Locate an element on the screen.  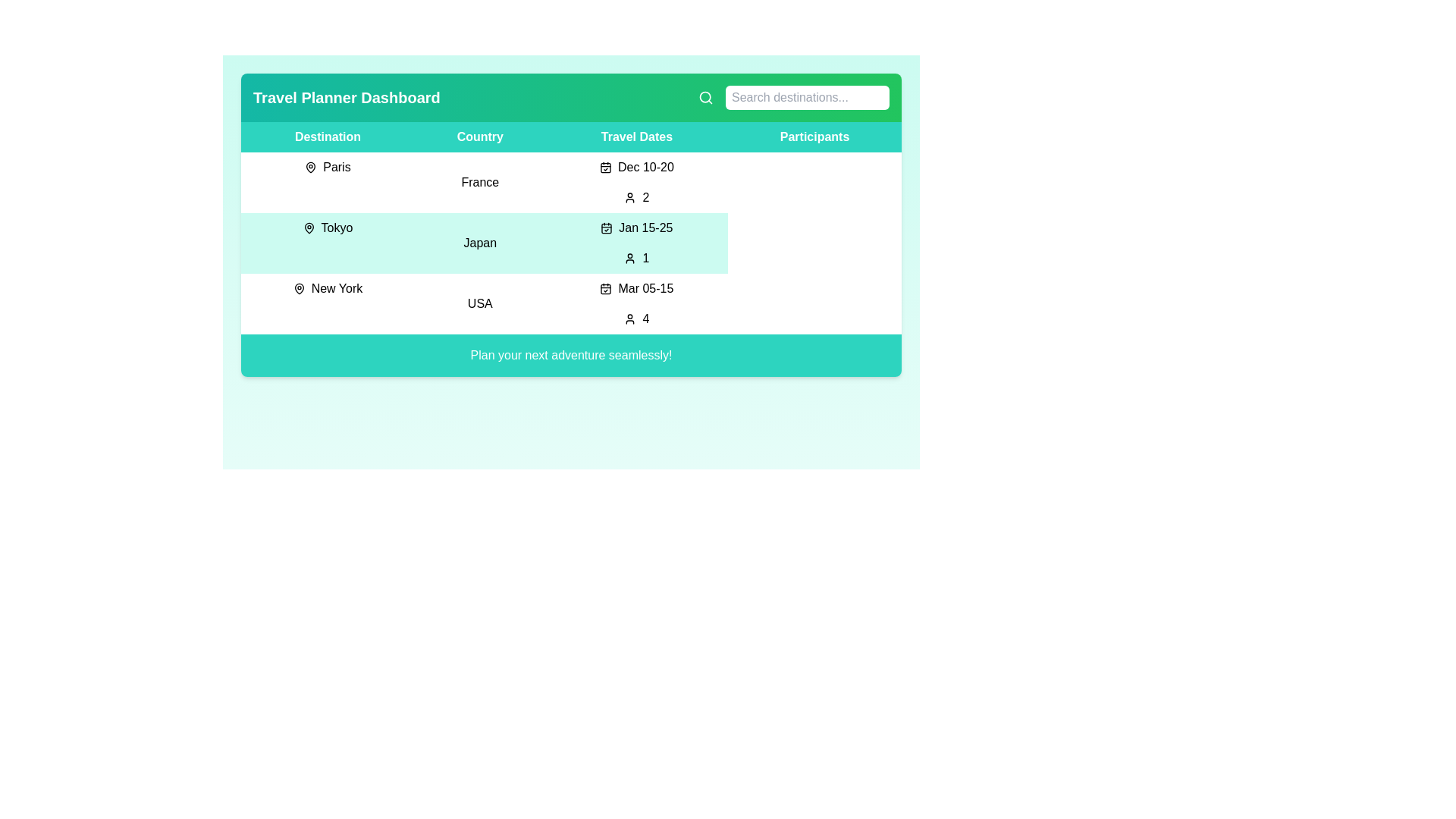
the confirmation check mark icon within the 'Travel Dates' column for 'Tokyo, Japan', which is a rectangular shape with rounded corners inside the calendar icon is located at coordinates (607, 228).